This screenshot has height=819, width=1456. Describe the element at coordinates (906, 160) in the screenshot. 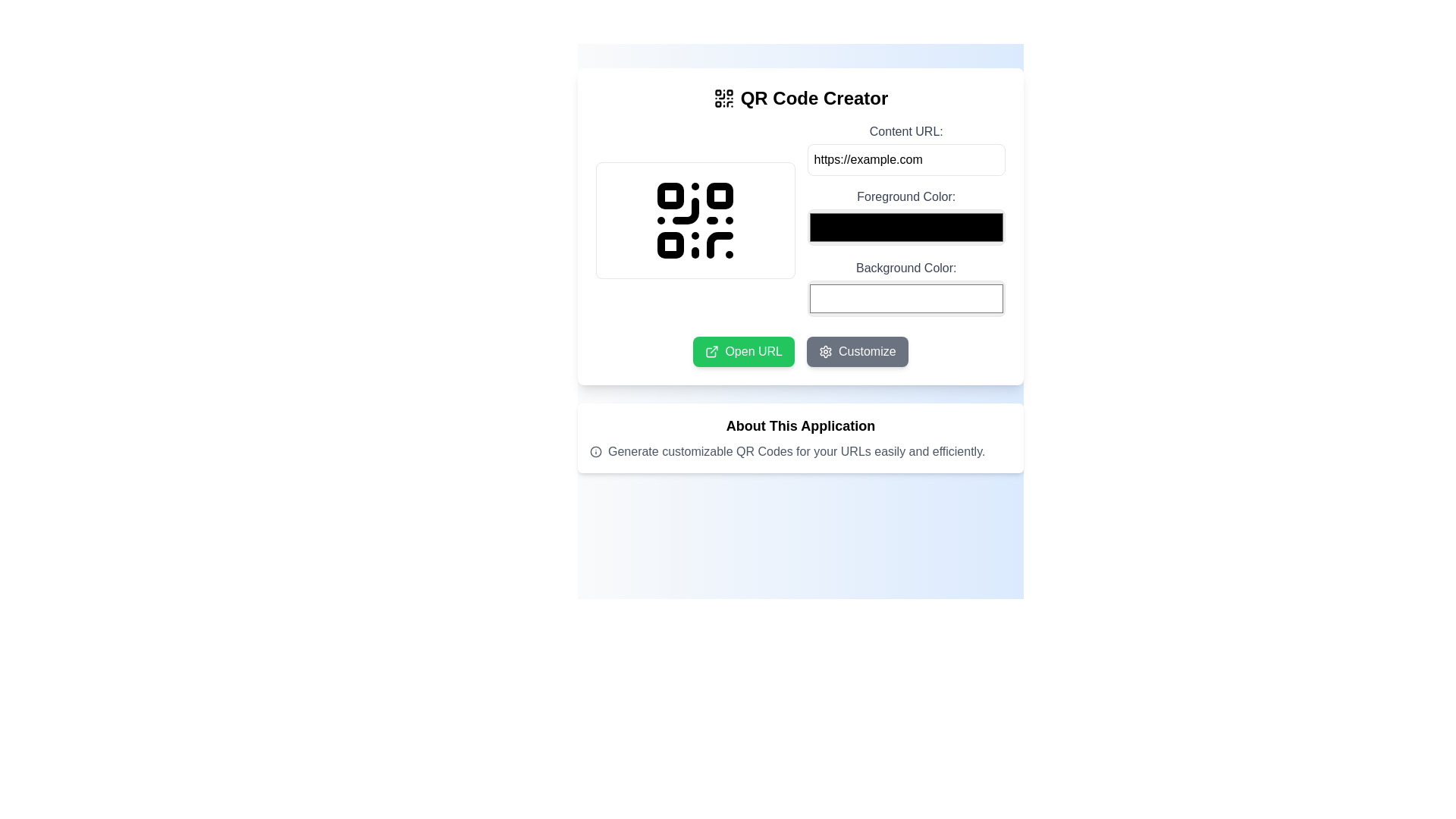

I see `the white rectangular text input field that contains the placeholder text 'https://' and is pre-filled with 'https://example.com'` at that location.